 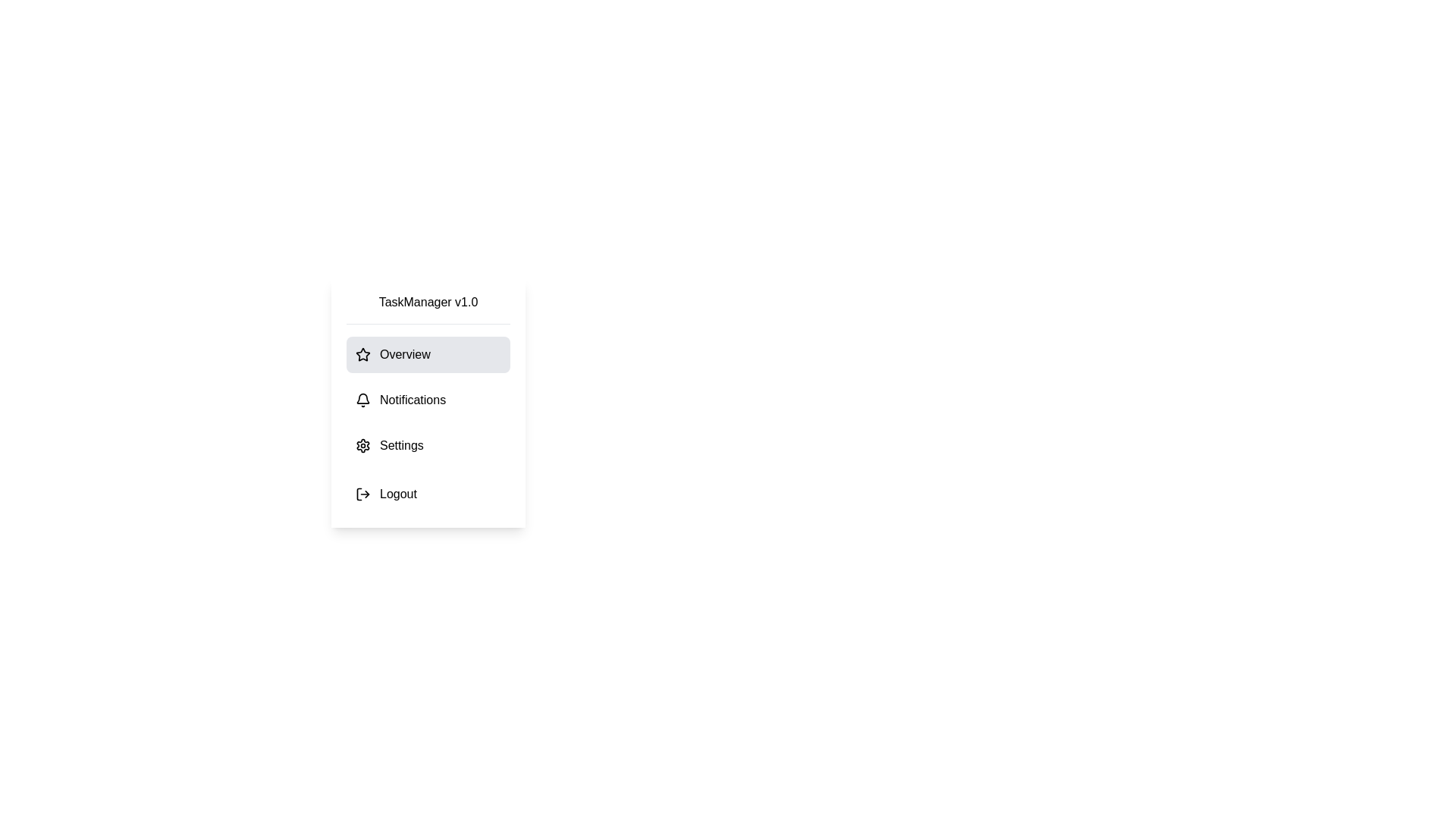 I want to click on the settings button, which is the third item in the vertical menu located between 'Notifications' and 'Logout', so click(x=428, y=444).